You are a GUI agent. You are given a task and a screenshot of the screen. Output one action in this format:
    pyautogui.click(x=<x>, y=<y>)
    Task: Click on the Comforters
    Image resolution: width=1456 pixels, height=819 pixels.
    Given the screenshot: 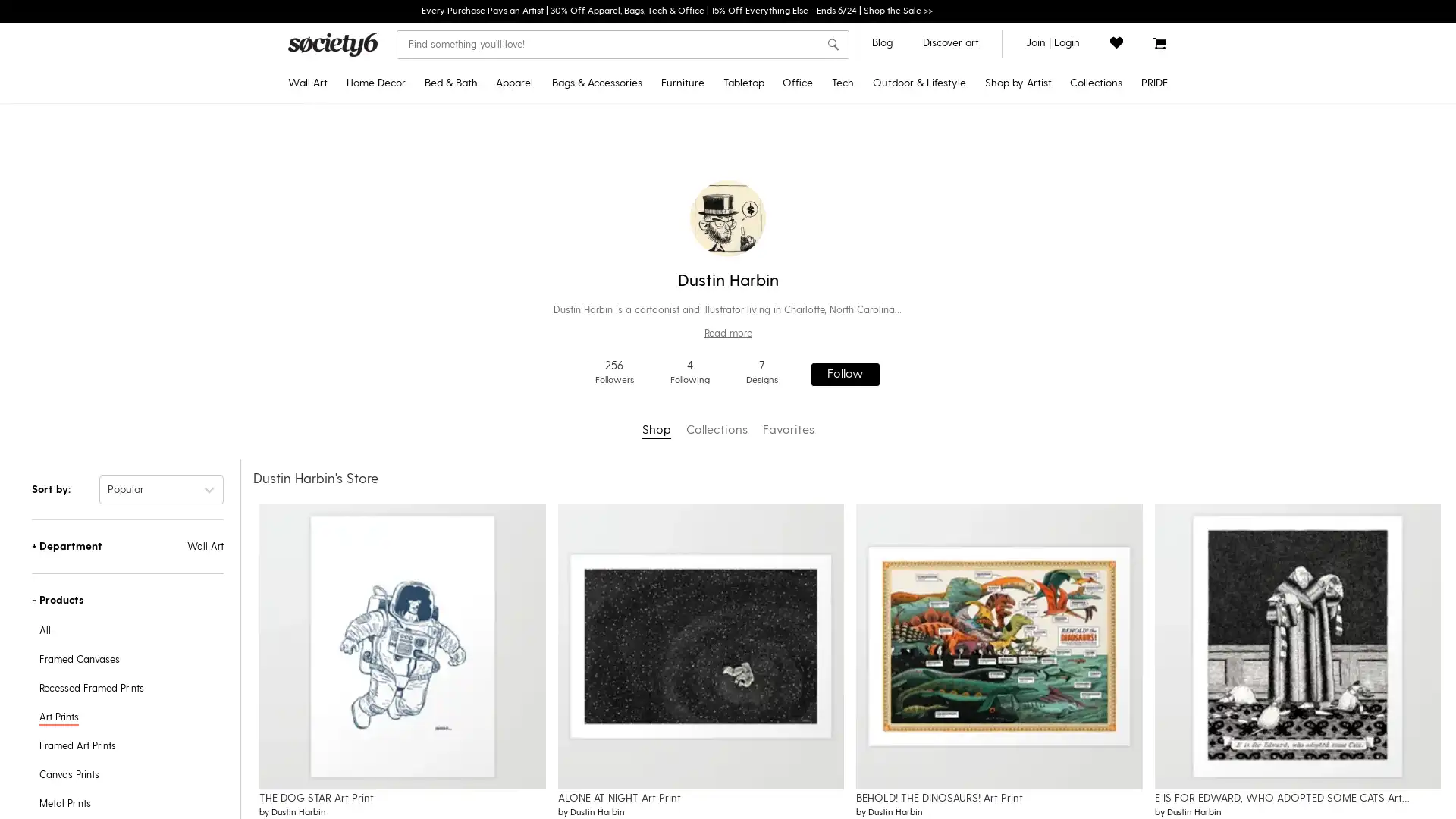 What is the action you would take?
    pyautogui.click(x=483, y=121)
    